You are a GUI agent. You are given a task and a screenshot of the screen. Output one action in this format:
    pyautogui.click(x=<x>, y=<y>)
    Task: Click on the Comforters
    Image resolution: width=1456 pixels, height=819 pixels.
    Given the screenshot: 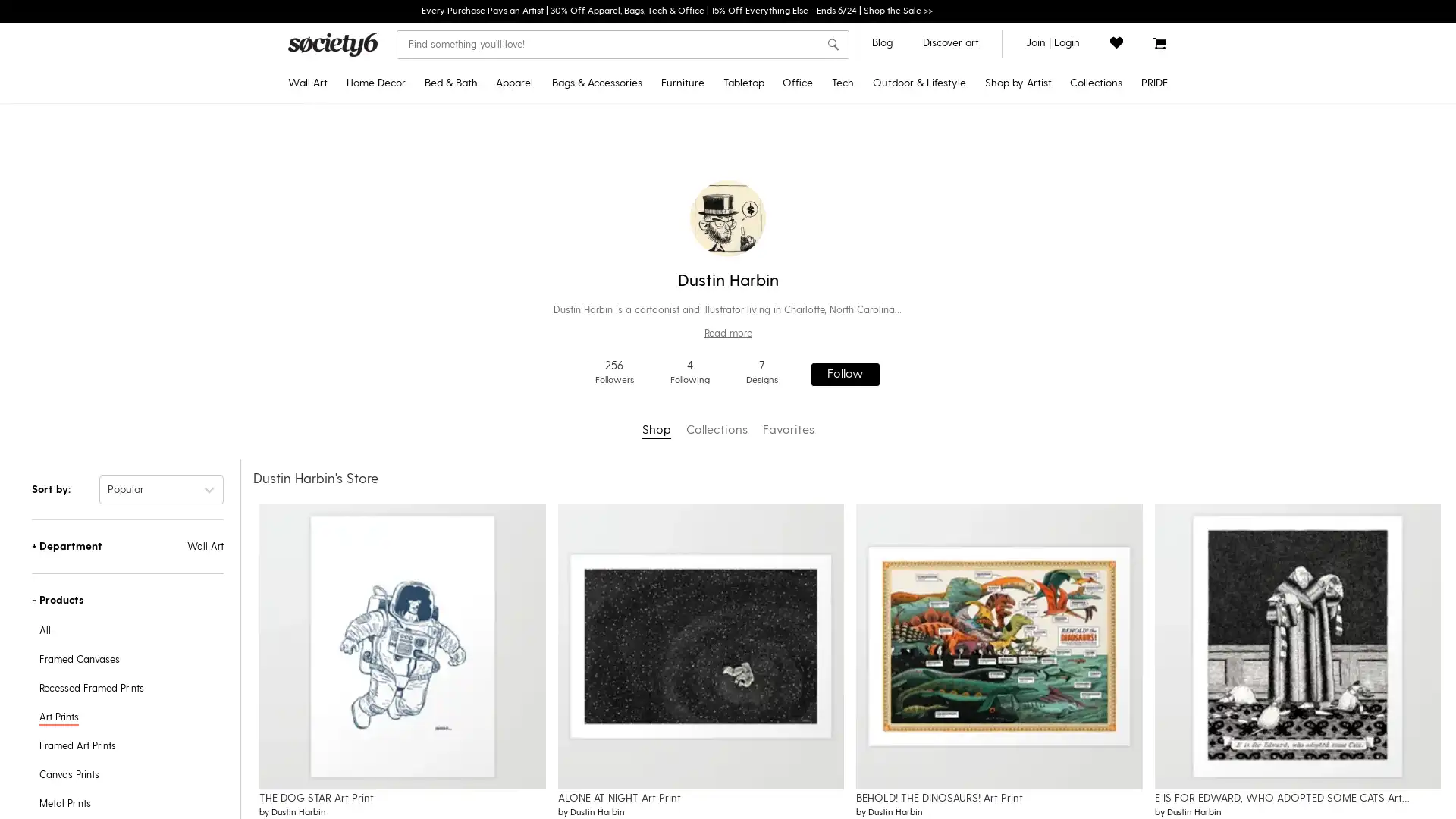 What is the action you would take?
    pyautogui.click(x=483, y=121)
    